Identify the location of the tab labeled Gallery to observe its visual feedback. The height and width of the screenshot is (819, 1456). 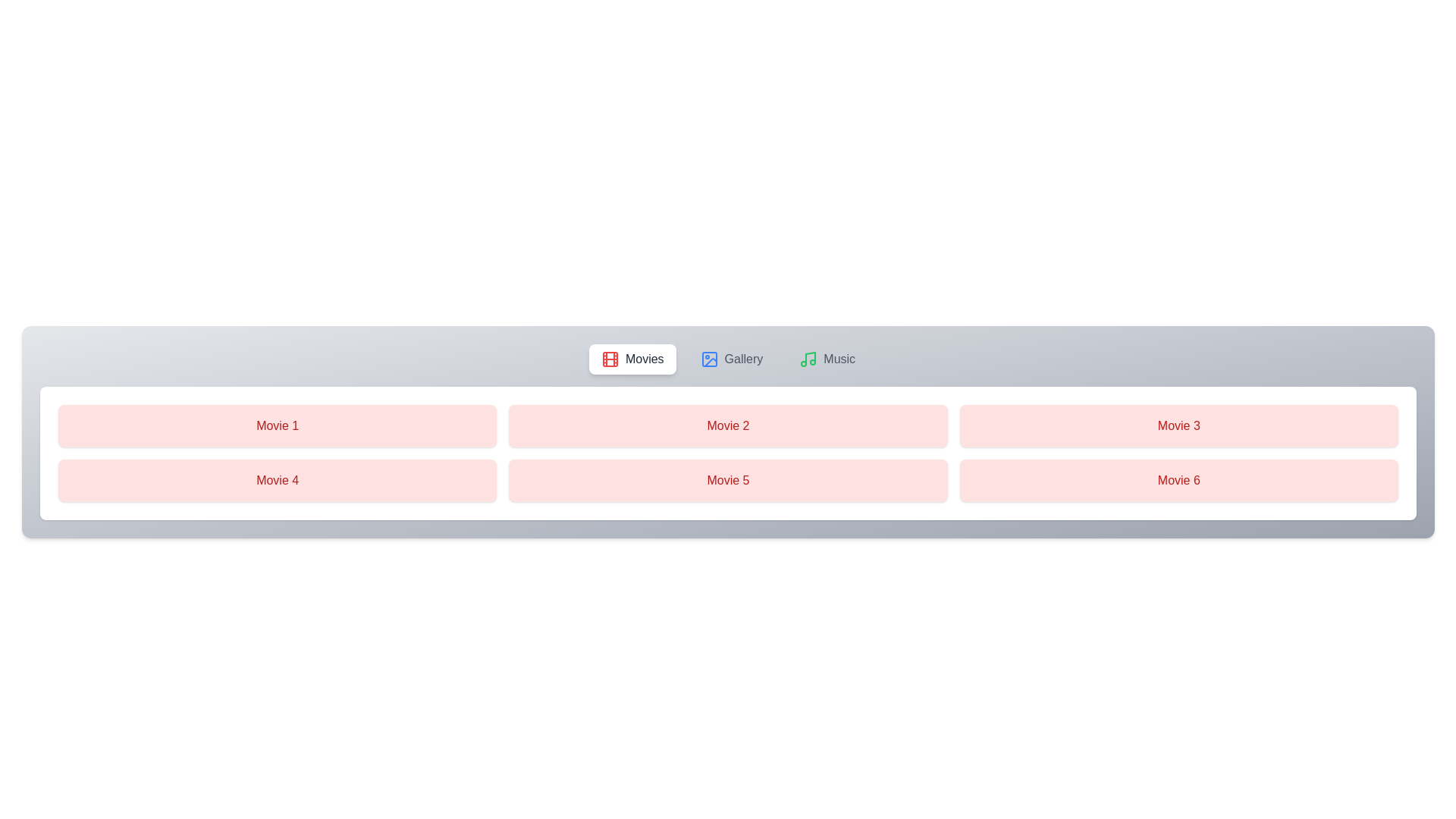
(731, 359).